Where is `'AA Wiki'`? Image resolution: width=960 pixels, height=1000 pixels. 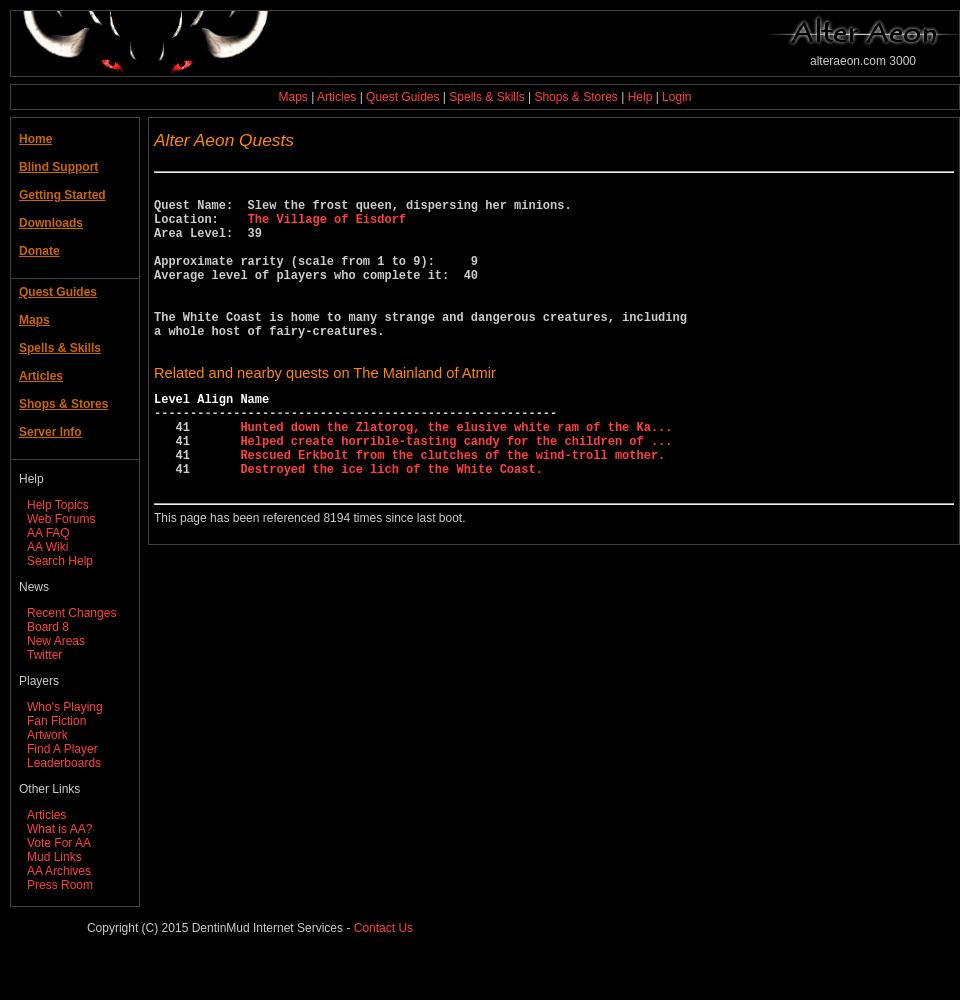 'AA Wiki' is located at coordinates (46, 547).